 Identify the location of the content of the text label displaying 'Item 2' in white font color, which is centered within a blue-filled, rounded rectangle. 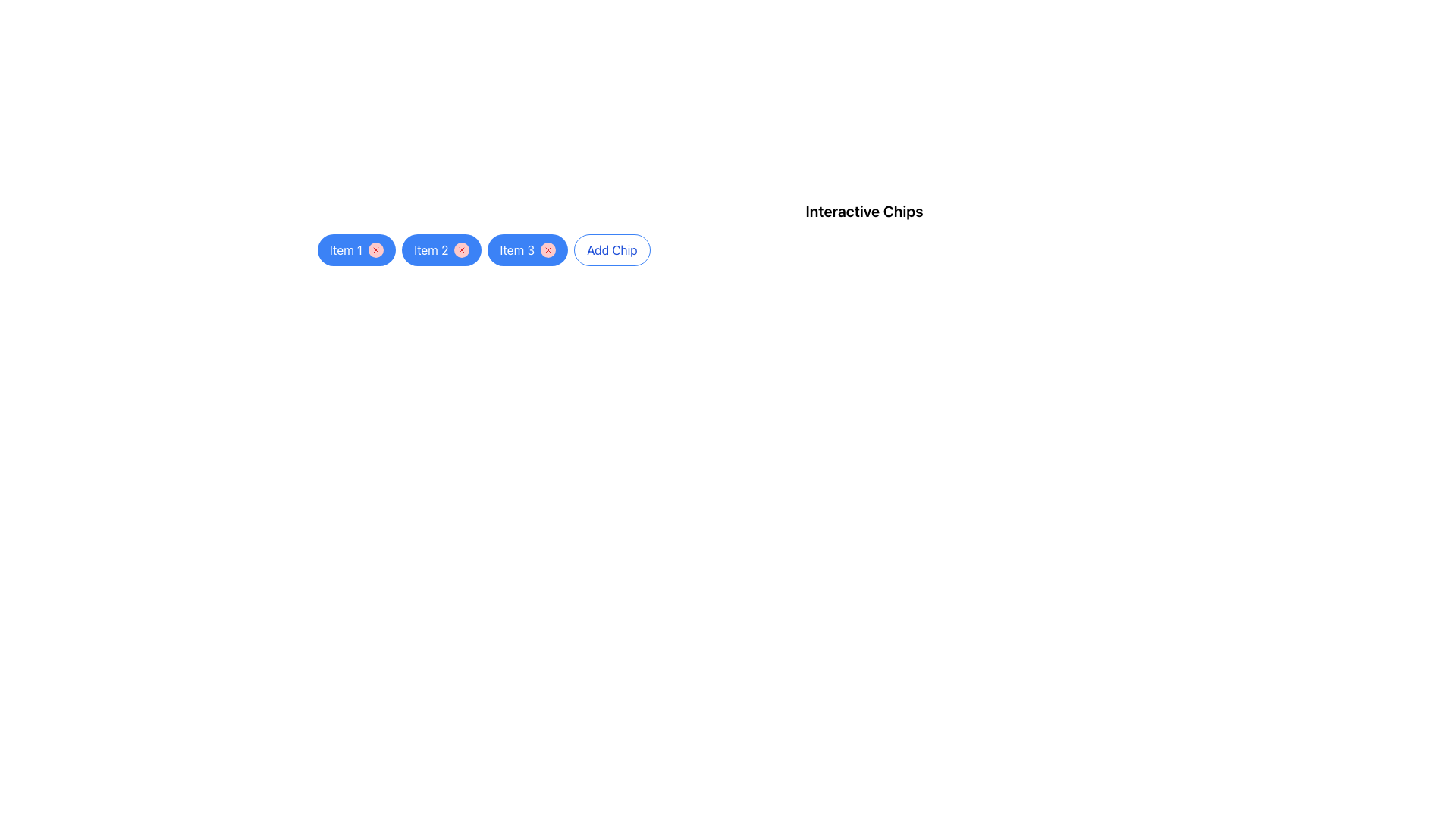
(430, 249).